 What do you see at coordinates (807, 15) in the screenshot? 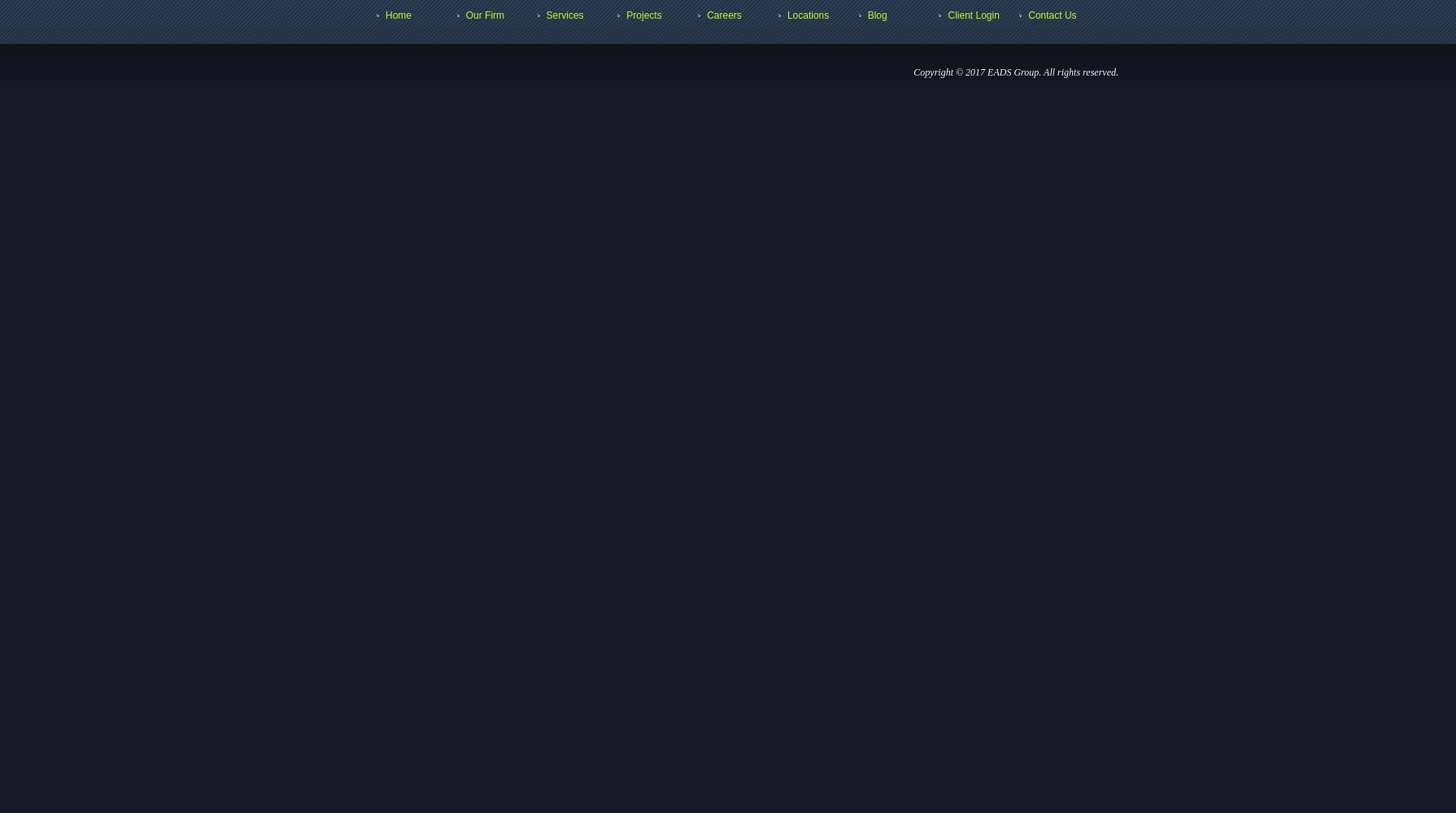
I see `'Locations'` at bounding box center [807, 15].